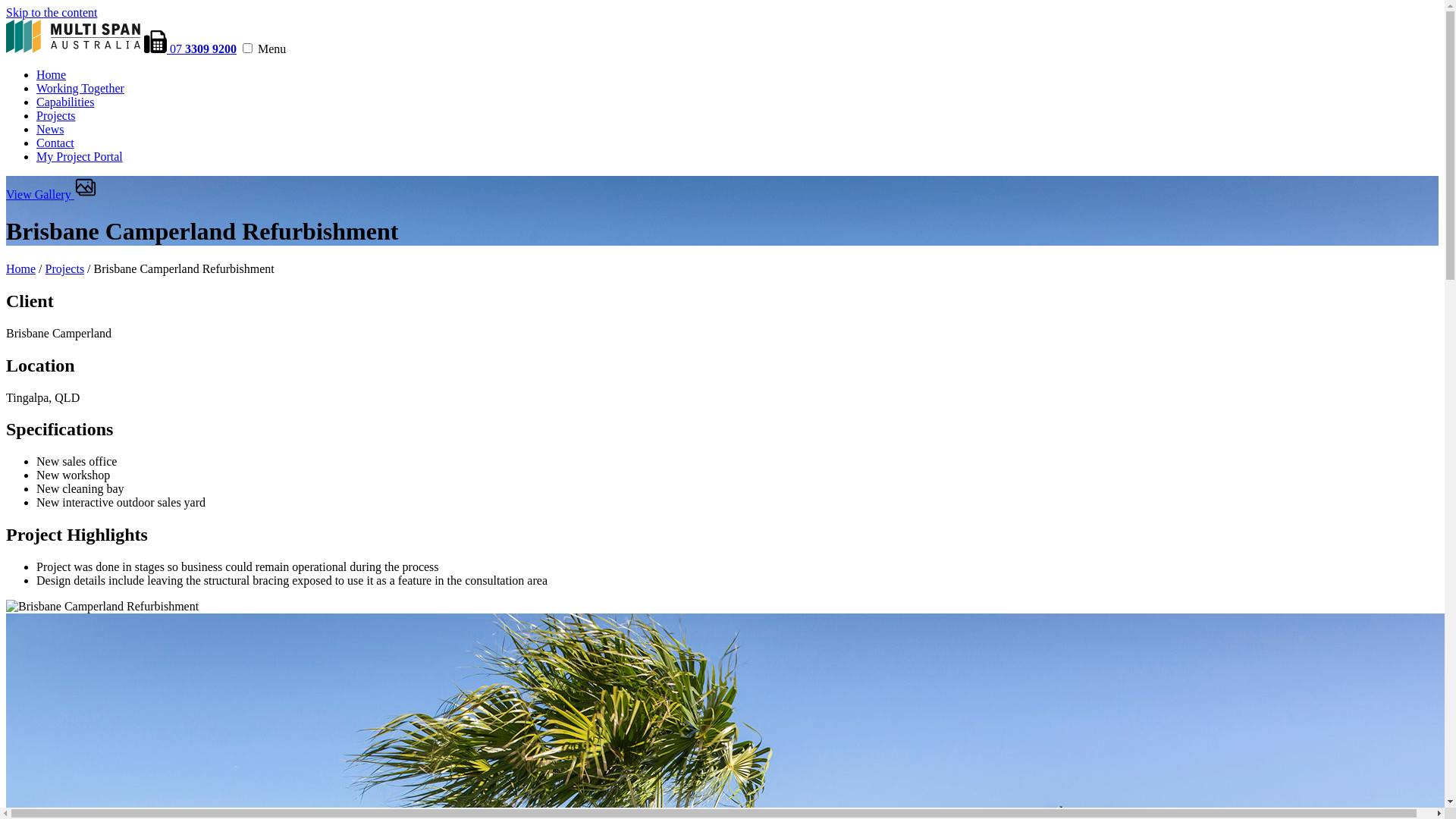 The width and height of the screenshot is (1456, 819). What do you see at coordinates (79, 88) in the screenshot?
I see `'Working Together'` at bounding box center [79, 88].